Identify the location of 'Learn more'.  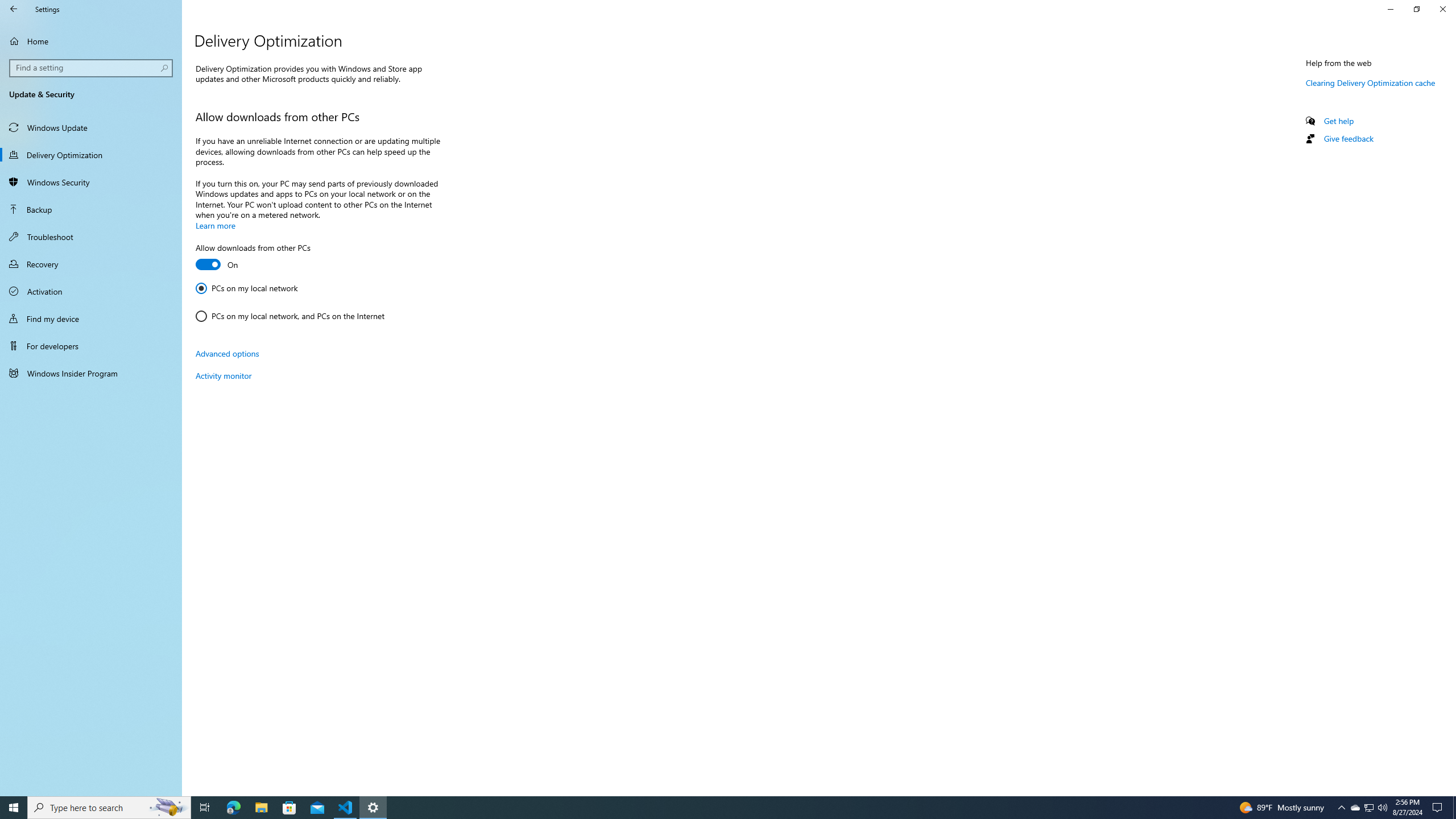
(215, 225).